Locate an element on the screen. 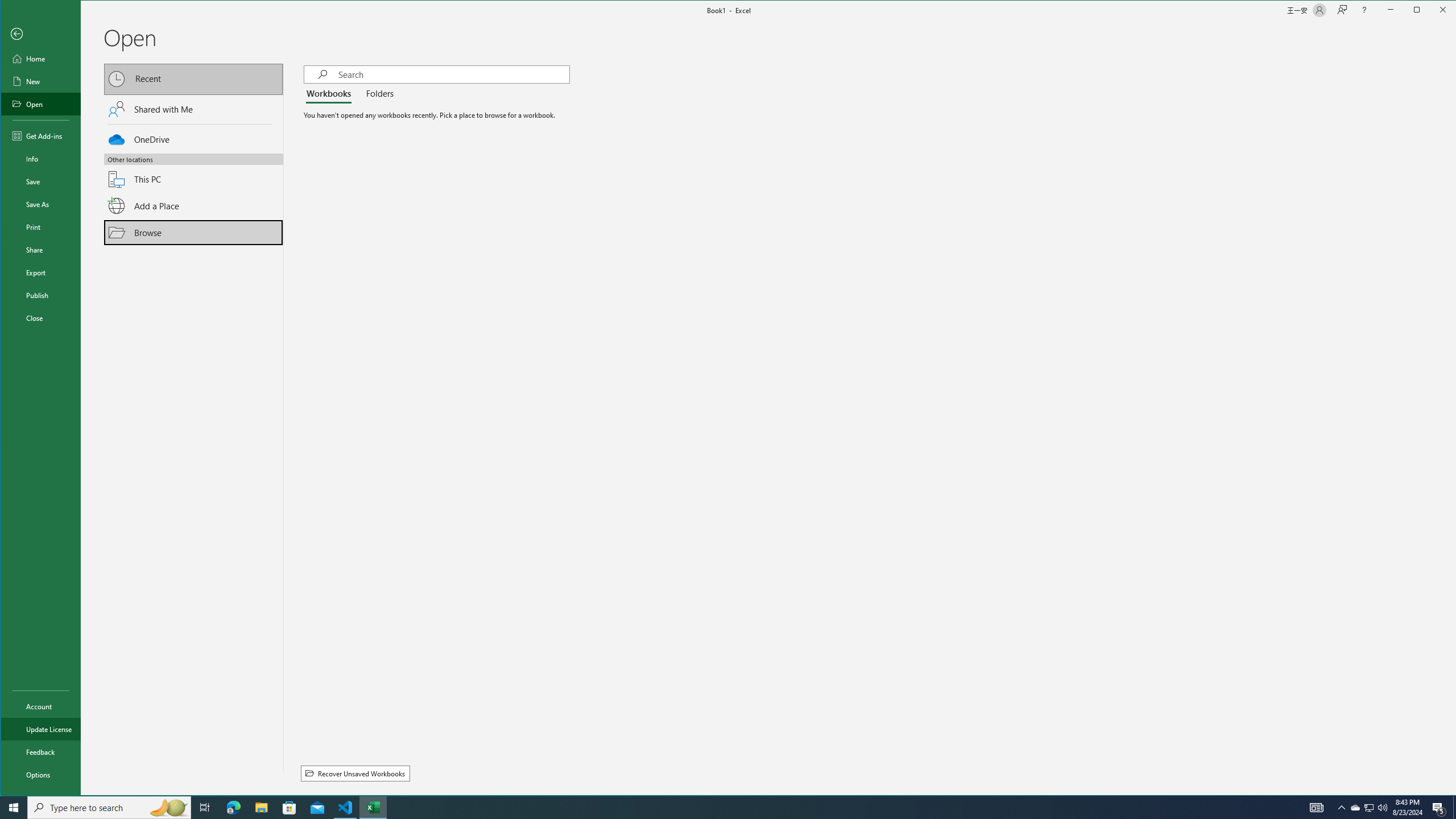 The width and height of the screenshot is (1456, 819). 'Workbooks' is located at coordinates (331, 93).